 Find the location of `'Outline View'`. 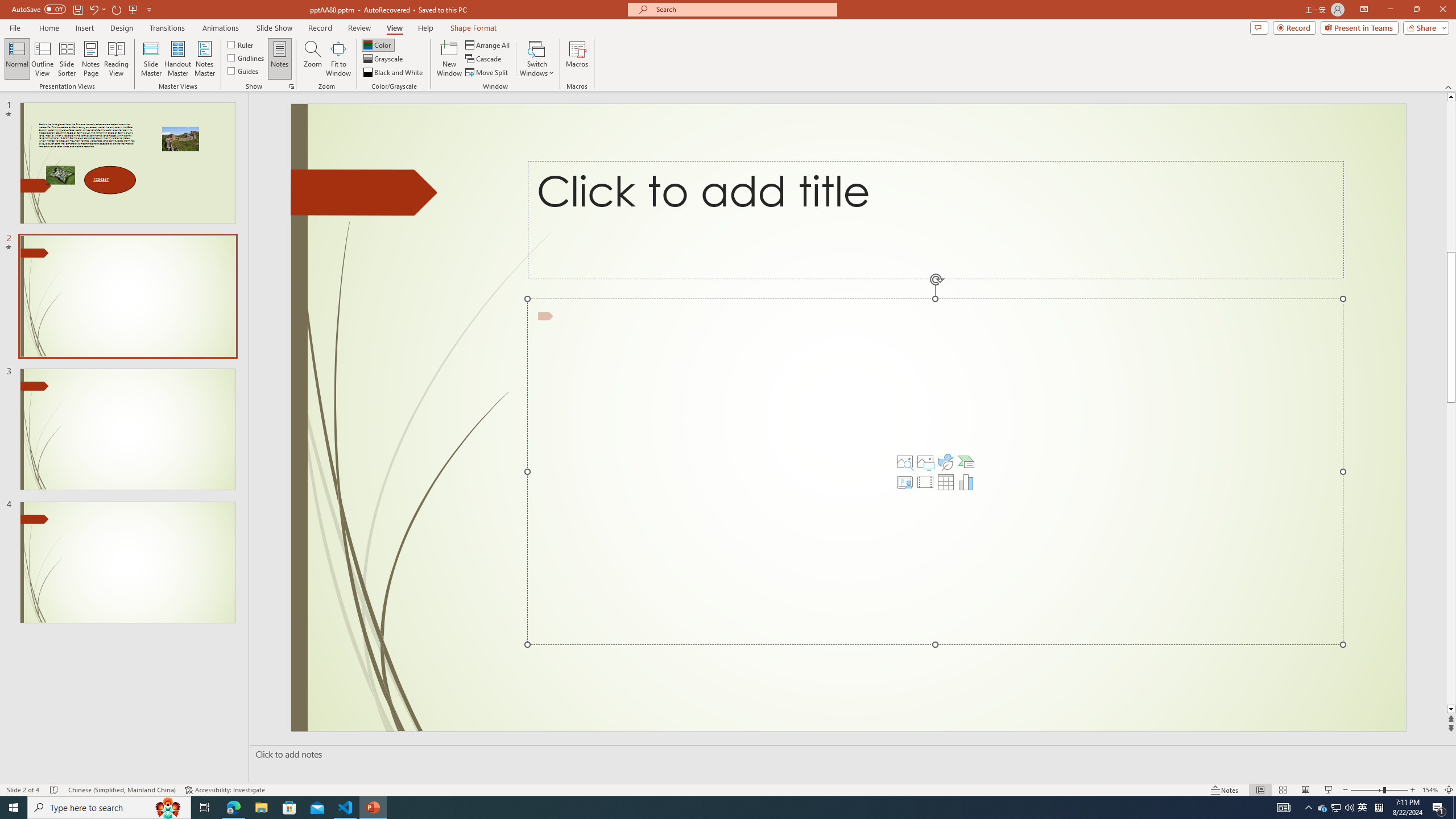

'Outline View' is located at coordinates (42, 59).